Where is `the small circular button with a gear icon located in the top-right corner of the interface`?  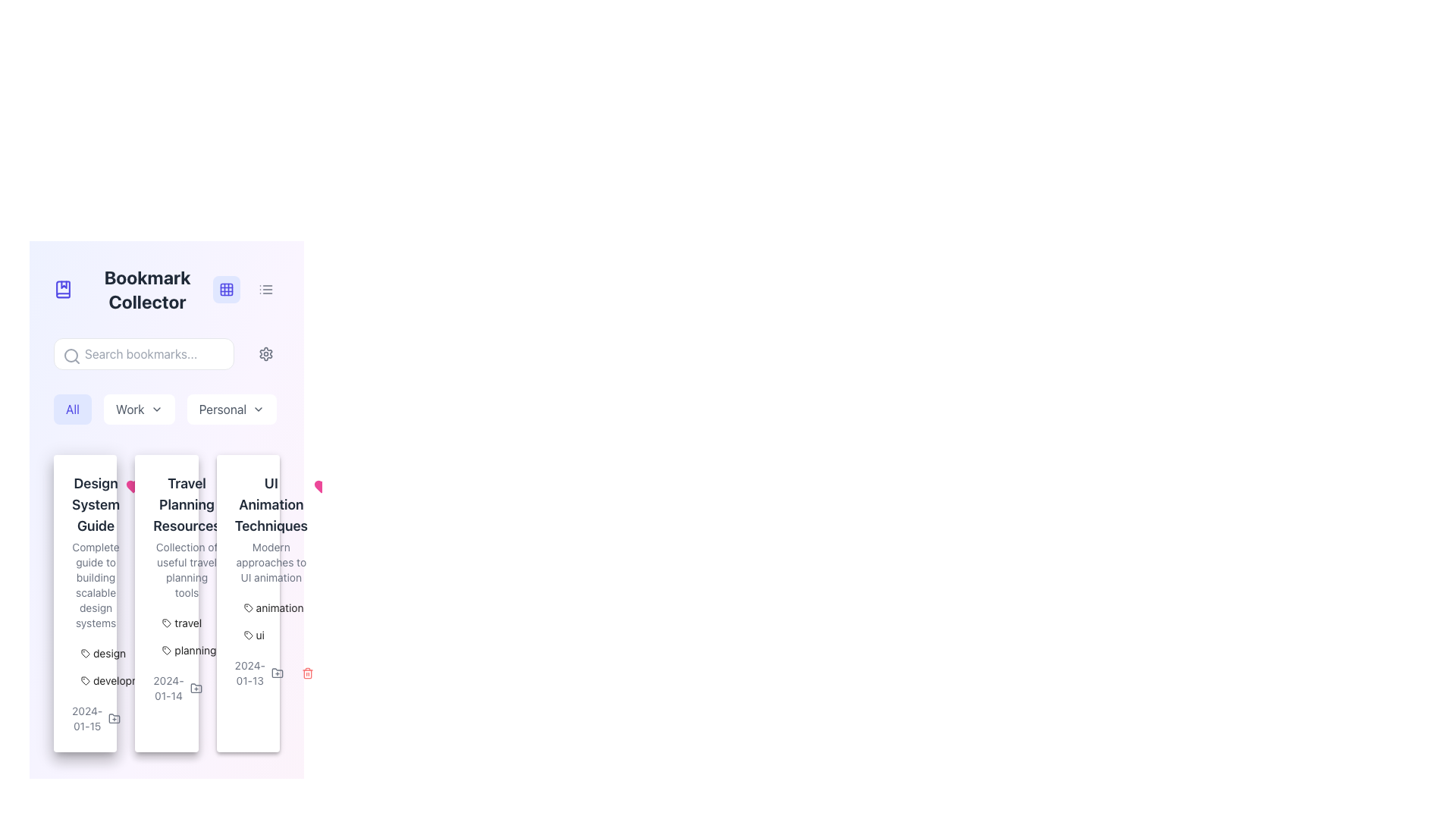 the small circular button with a gear icon located in the top-right corner of the interface is located at coordinates (265, 353).